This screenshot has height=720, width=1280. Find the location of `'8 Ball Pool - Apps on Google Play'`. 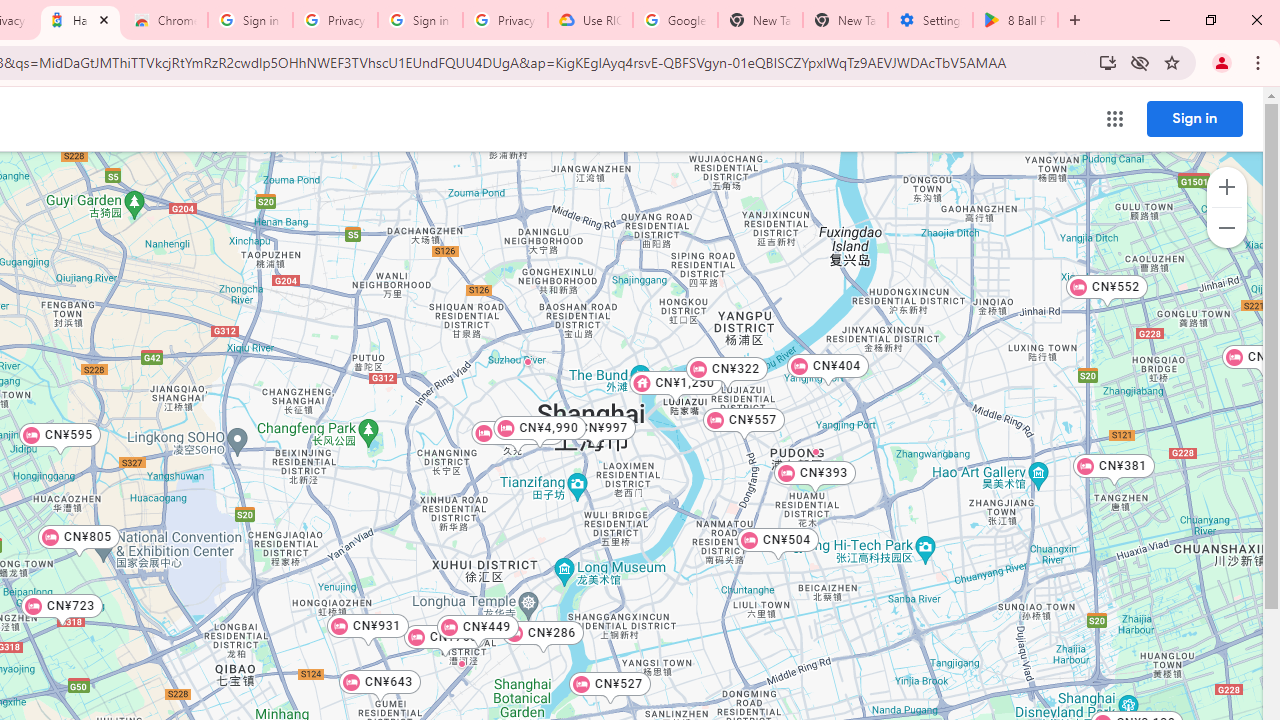

'8 Ball Pool - Apps on Google Play' is located at coordinates (1015, 20).